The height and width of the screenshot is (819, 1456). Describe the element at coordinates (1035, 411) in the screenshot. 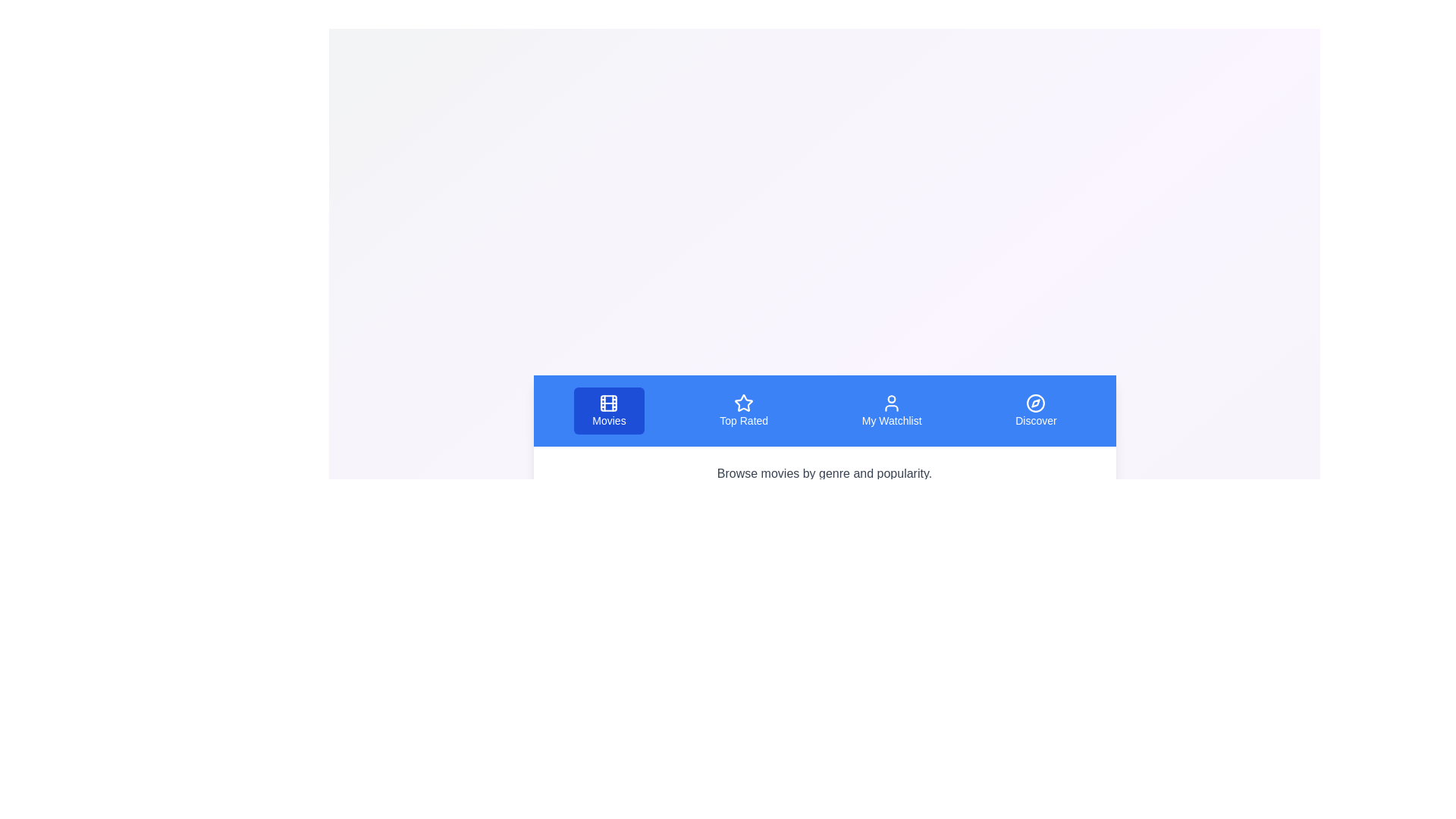

I see `the tab labeled 'Discover' to see its hover effect` at that location.